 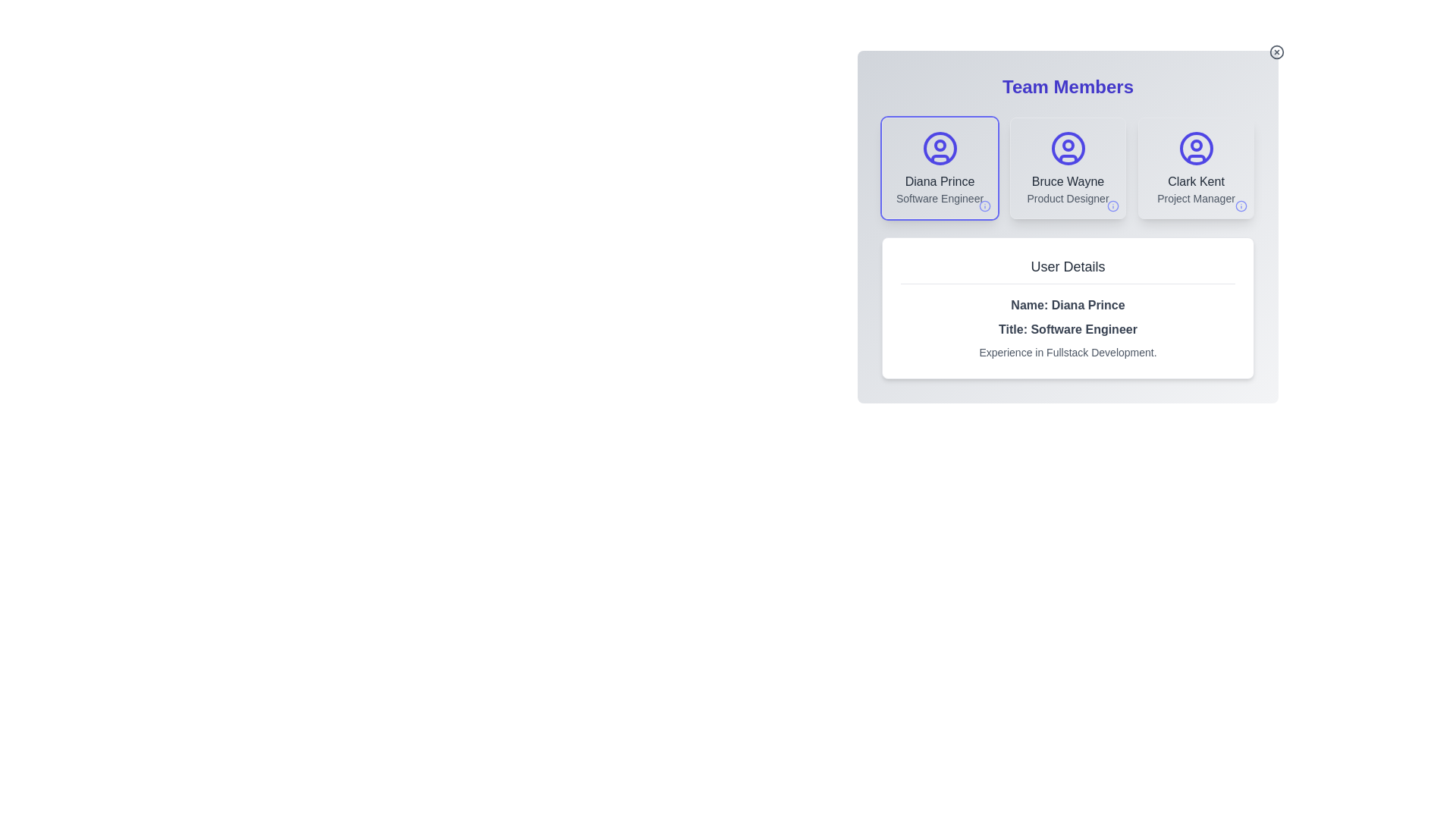 What do you see at coordinates (1067, 168) in the screenshot?
I see `the User Profile Card displaying 'Bruce Wayne', which includes an icon, the name in bold, and the role 'Product Designer' below it` at bounding box center [1067, 168].